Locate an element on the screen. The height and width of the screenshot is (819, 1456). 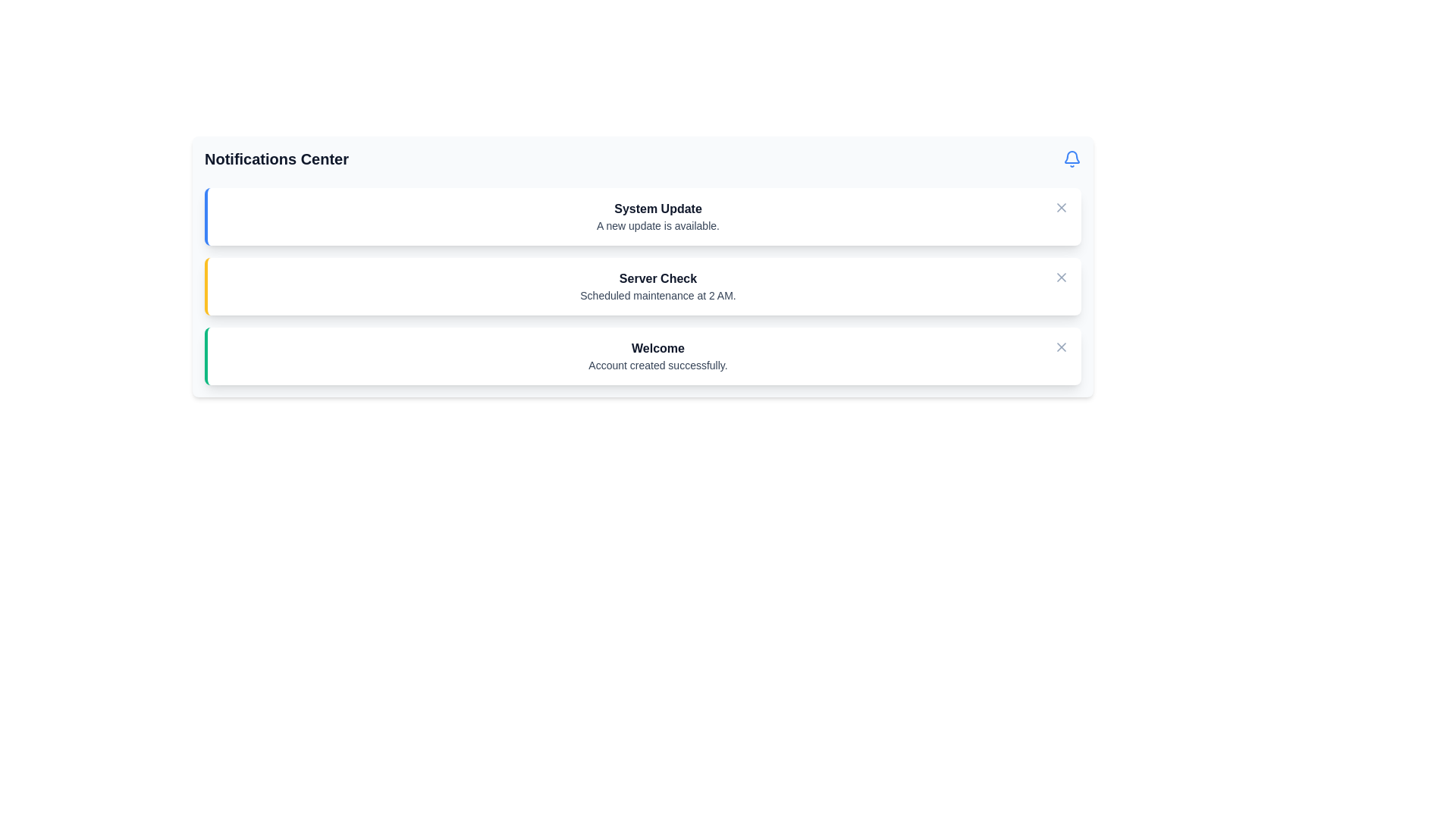
the third notification card in the 'Notifications Center' that informs the user of a successful account creation is located at coordinates (643, 356).